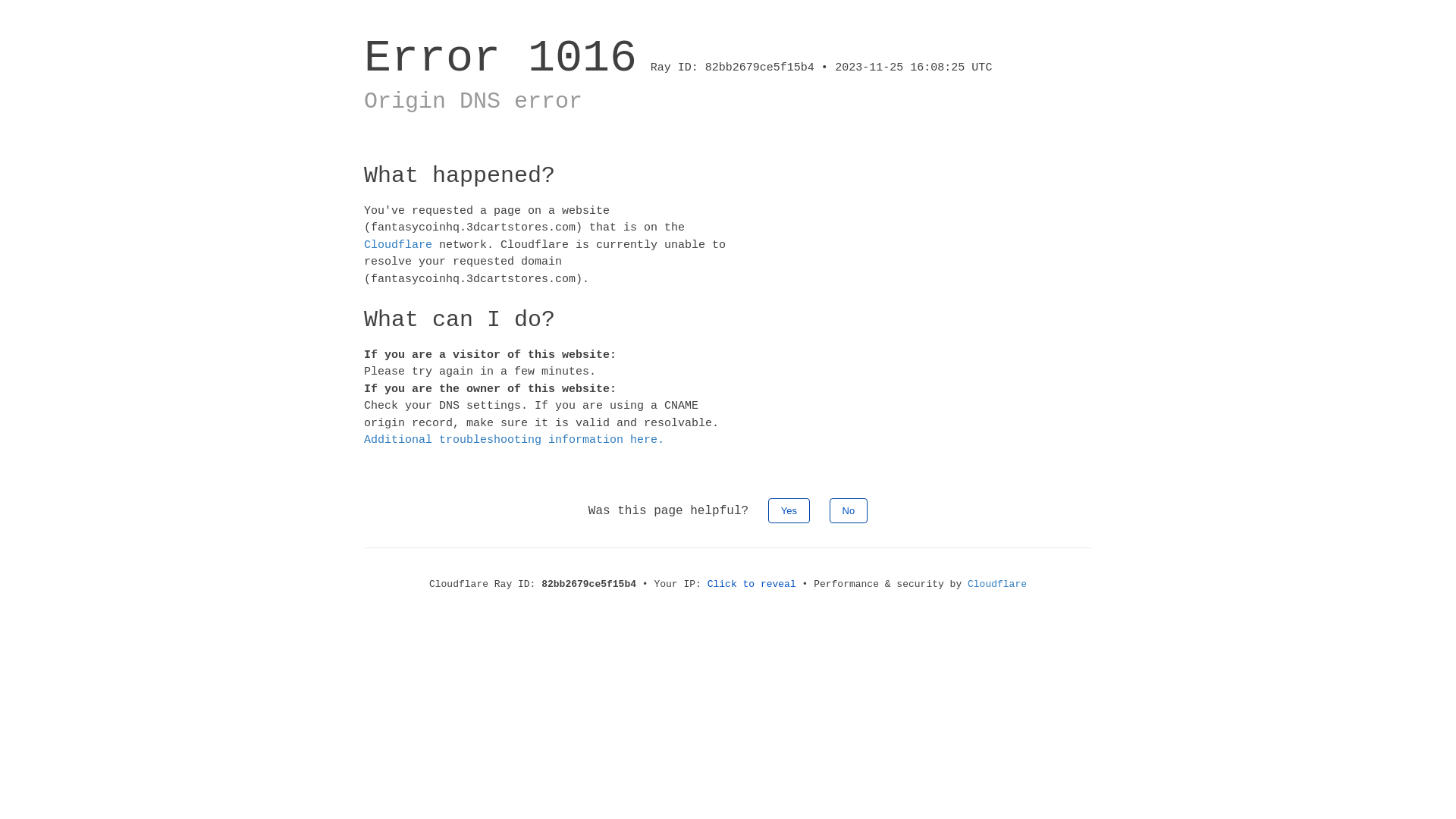 This screenshot has width=1456, height=819. I want to click on 'No', so click(848, 510).